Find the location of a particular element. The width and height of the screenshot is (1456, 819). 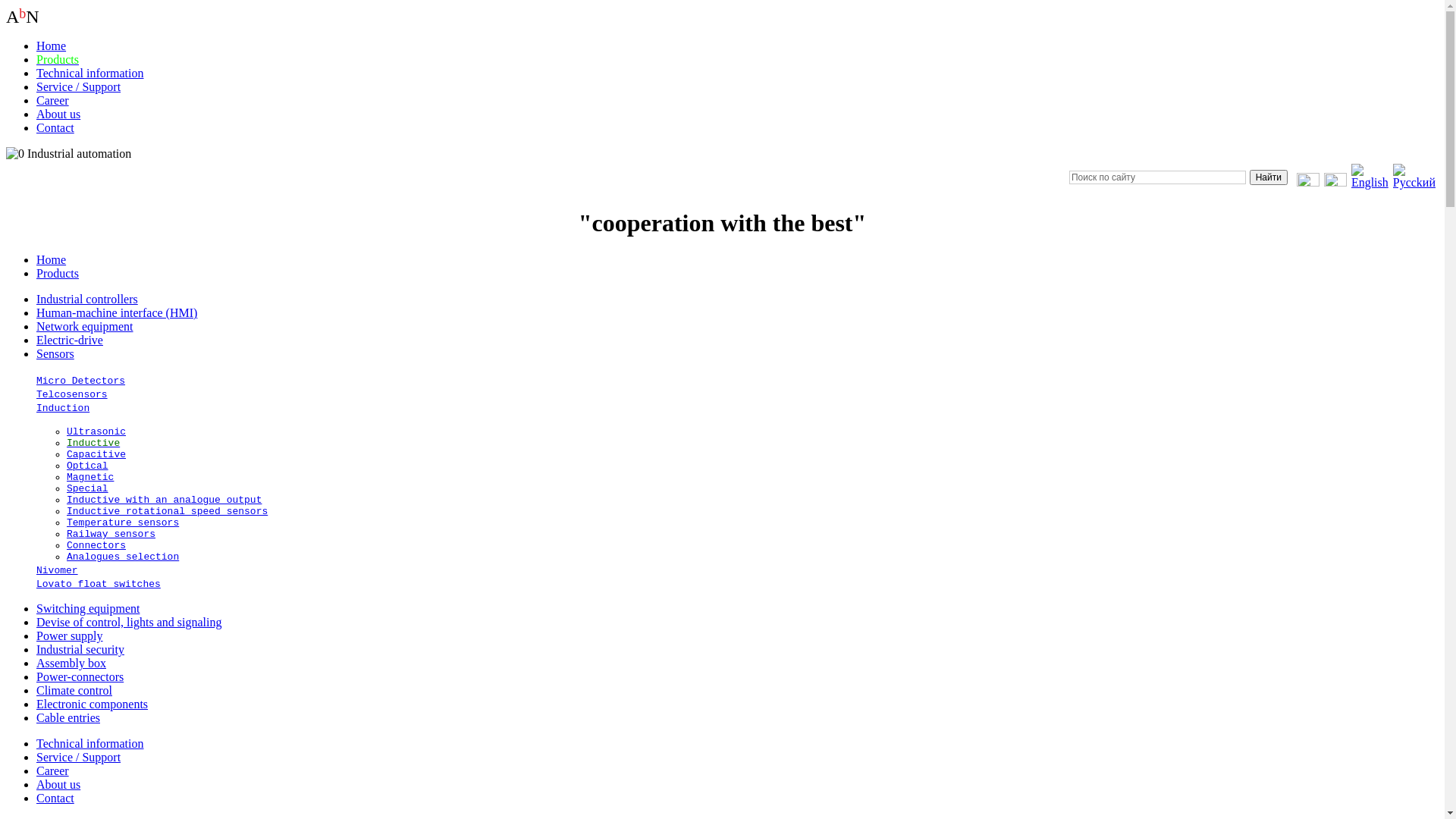

'Electronic components' is located at coordinates (91, 704).